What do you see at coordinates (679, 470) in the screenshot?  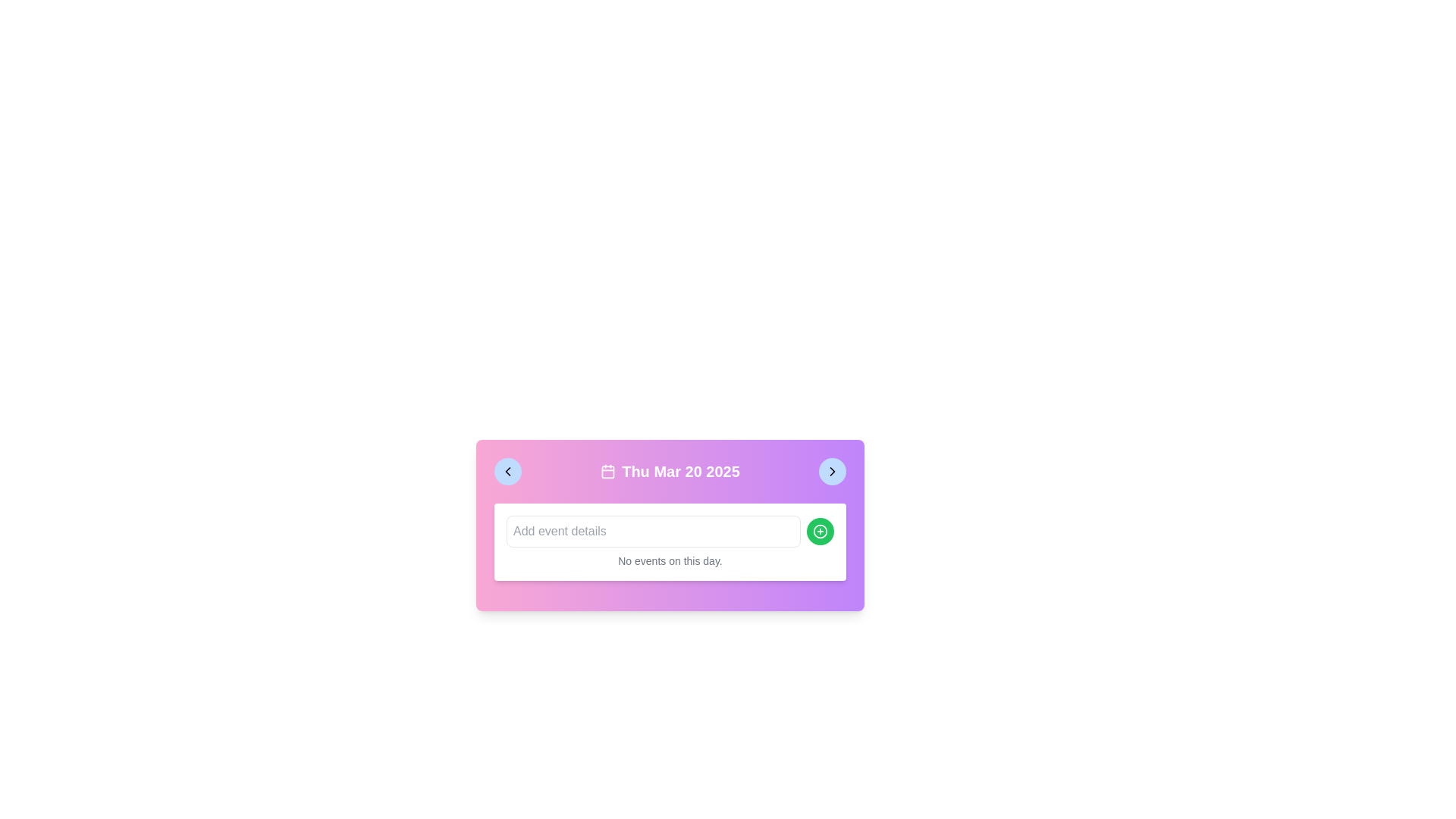 I see `the bold white text displaying the date 'Thu Mar 20 2025' on a purple gradient background, which is located in the center-top portion of a card-like component, aligned to the right of a calendar icon and between two navigation buttons` at bounding box center [679, 470].